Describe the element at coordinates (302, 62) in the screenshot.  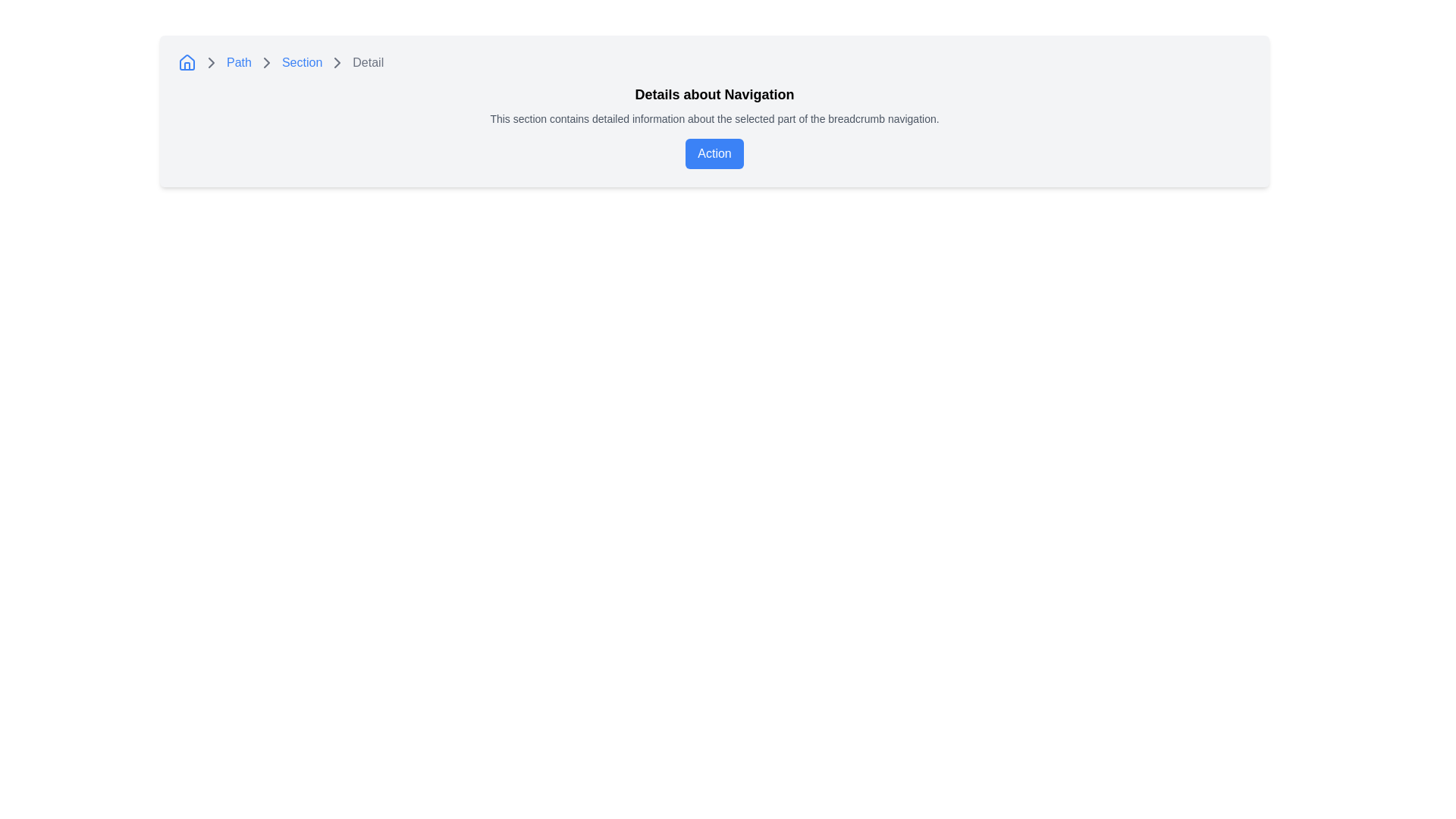
I see `the third hyperlink in the breadcrumb trail, which is labeled 'Section'` at that location.